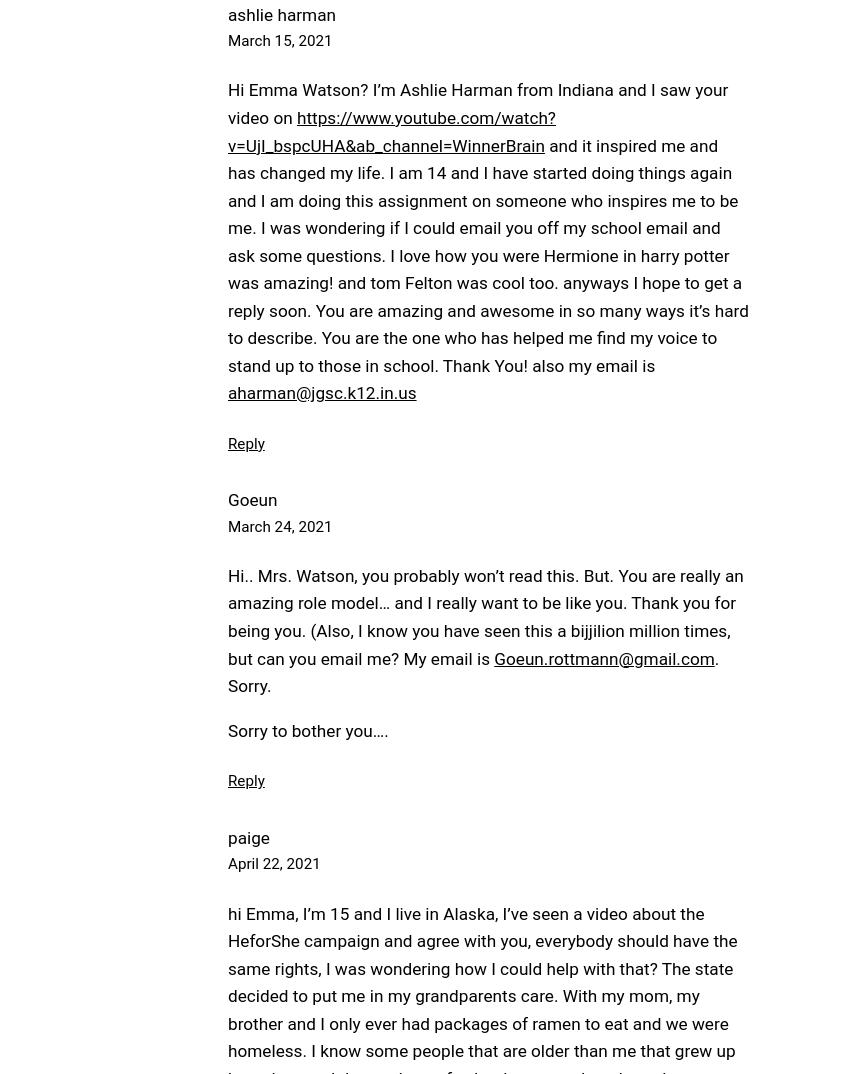 Image resolution: width=850 pixels, height=1074 pixels. What do you see at coordinates (278, 40) in the screenshot?
I see `'March 15, 2021'` at bounding box center [278, 40].